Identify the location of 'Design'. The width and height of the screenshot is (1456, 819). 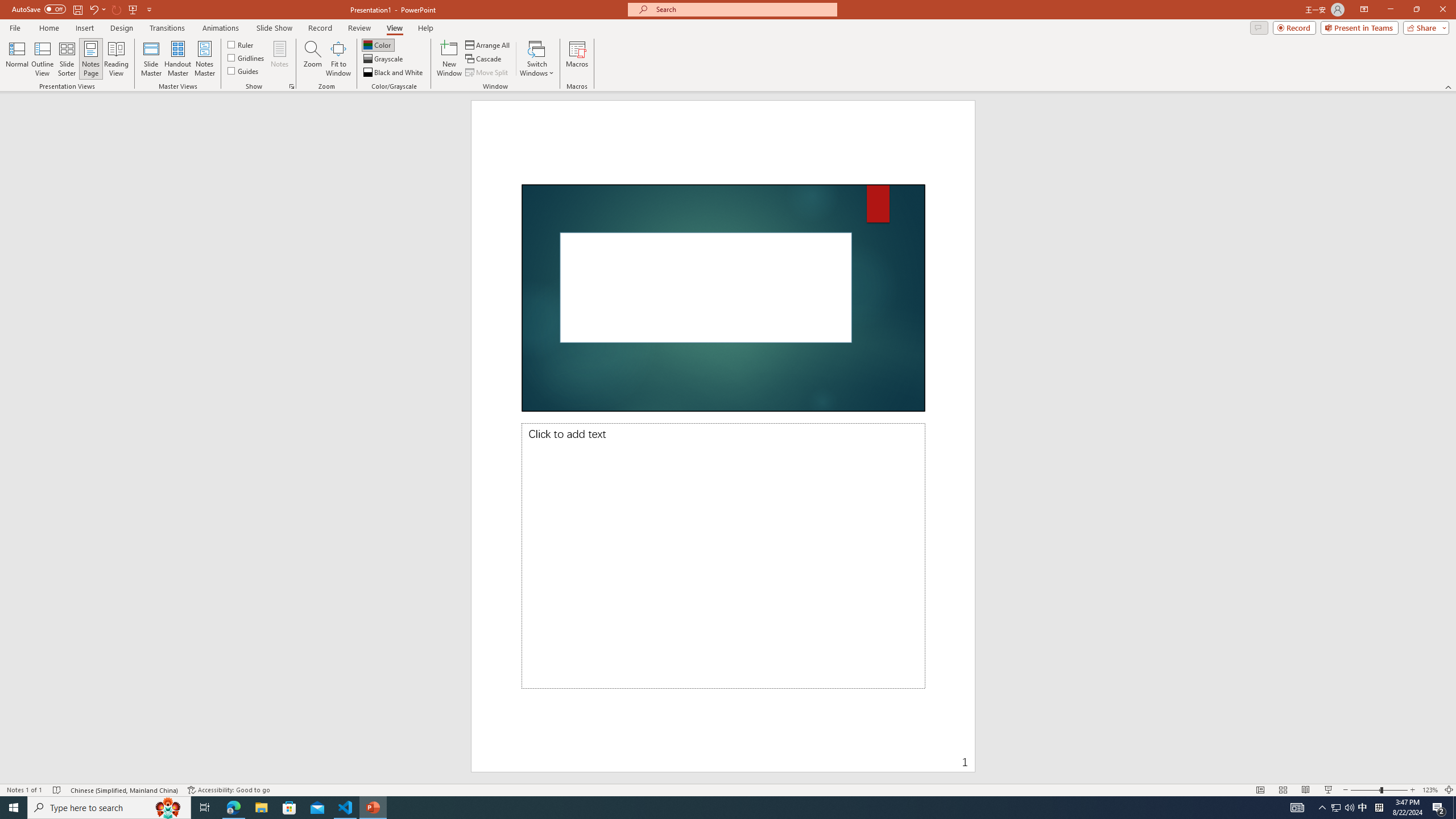
(122, 28).